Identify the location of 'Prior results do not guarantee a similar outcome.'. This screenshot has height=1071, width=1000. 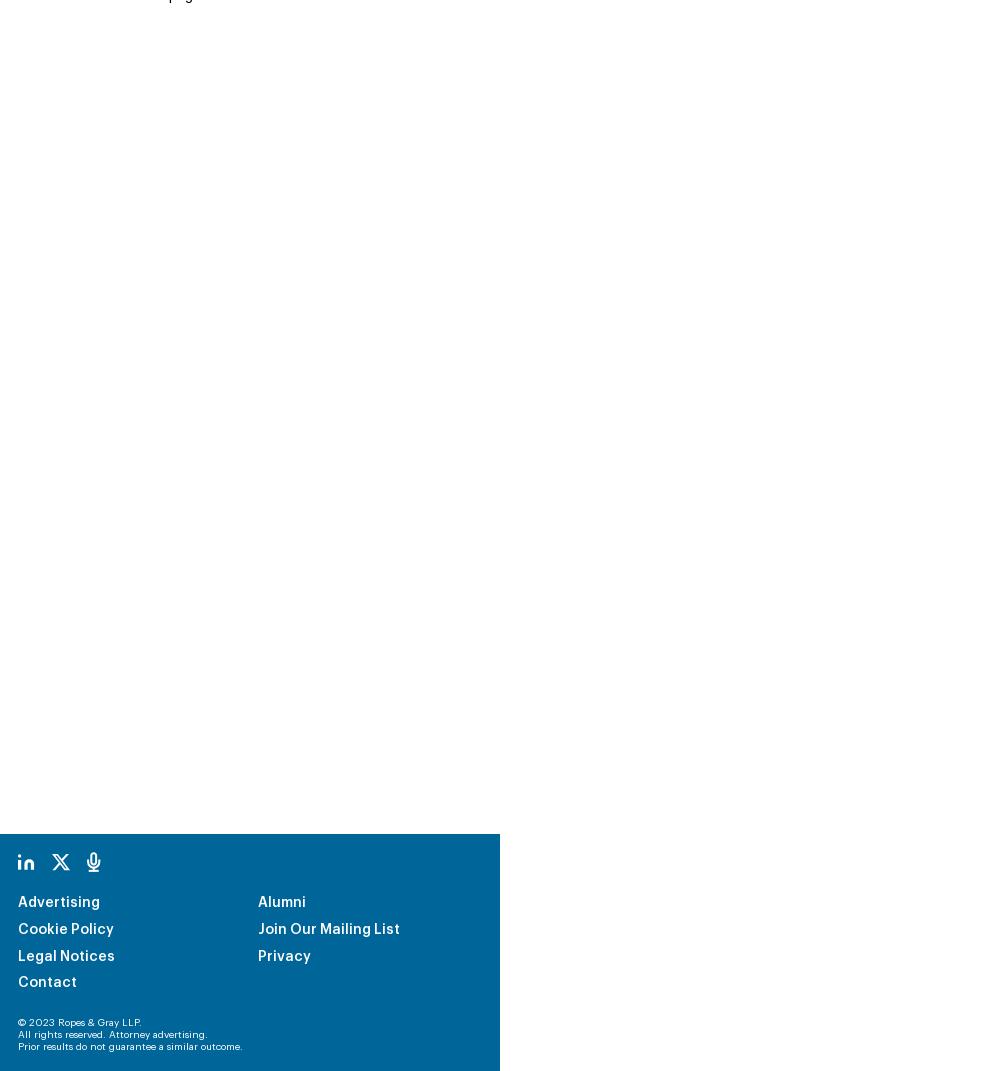
(130, 913).